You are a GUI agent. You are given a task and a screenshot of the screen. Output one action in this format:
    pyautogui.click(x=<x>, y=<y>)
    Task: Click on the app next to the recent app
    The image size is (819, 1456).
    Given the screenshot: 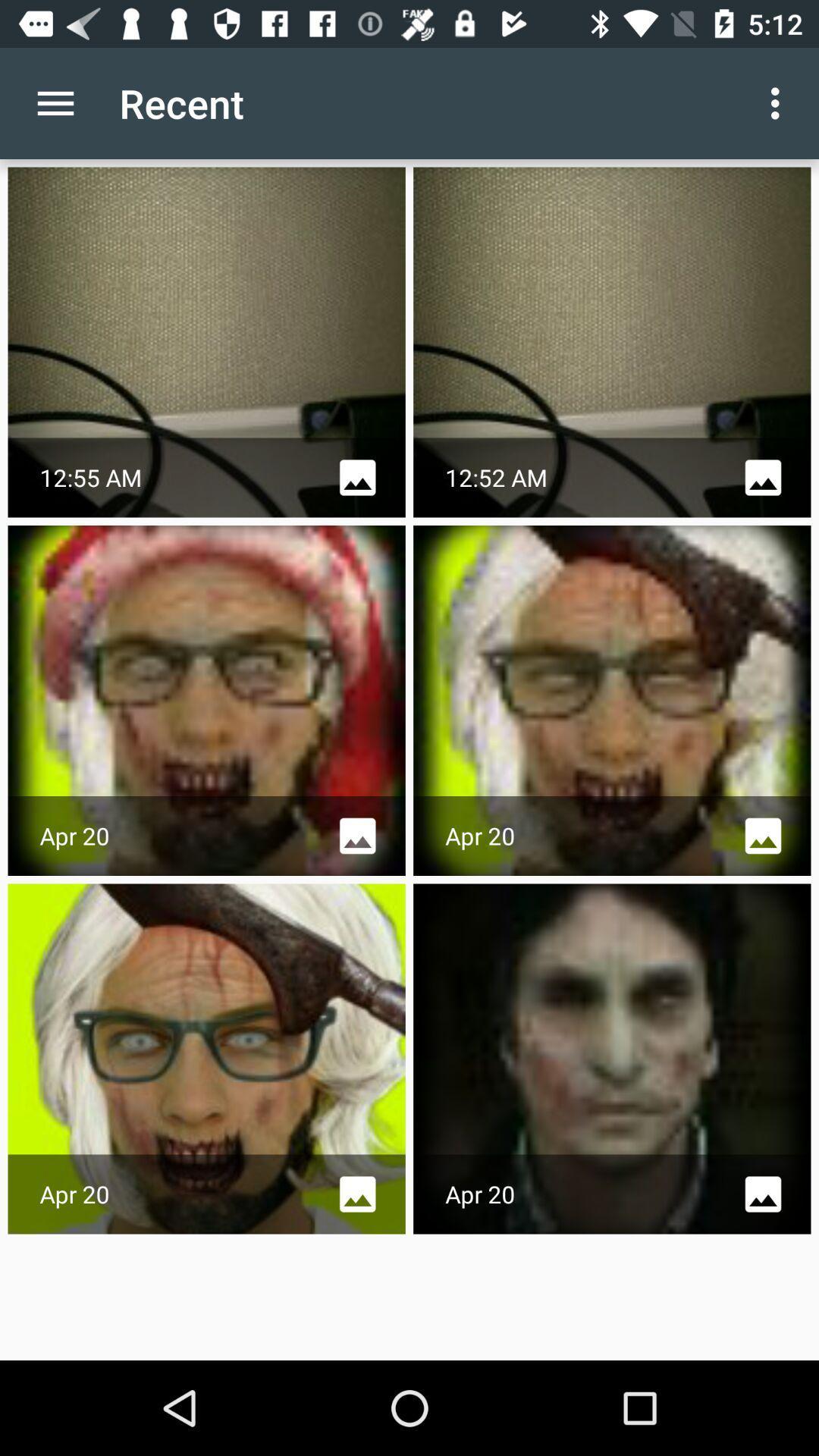 What is the action you would take?
    pyautogui.click(x=779, y=102)
    